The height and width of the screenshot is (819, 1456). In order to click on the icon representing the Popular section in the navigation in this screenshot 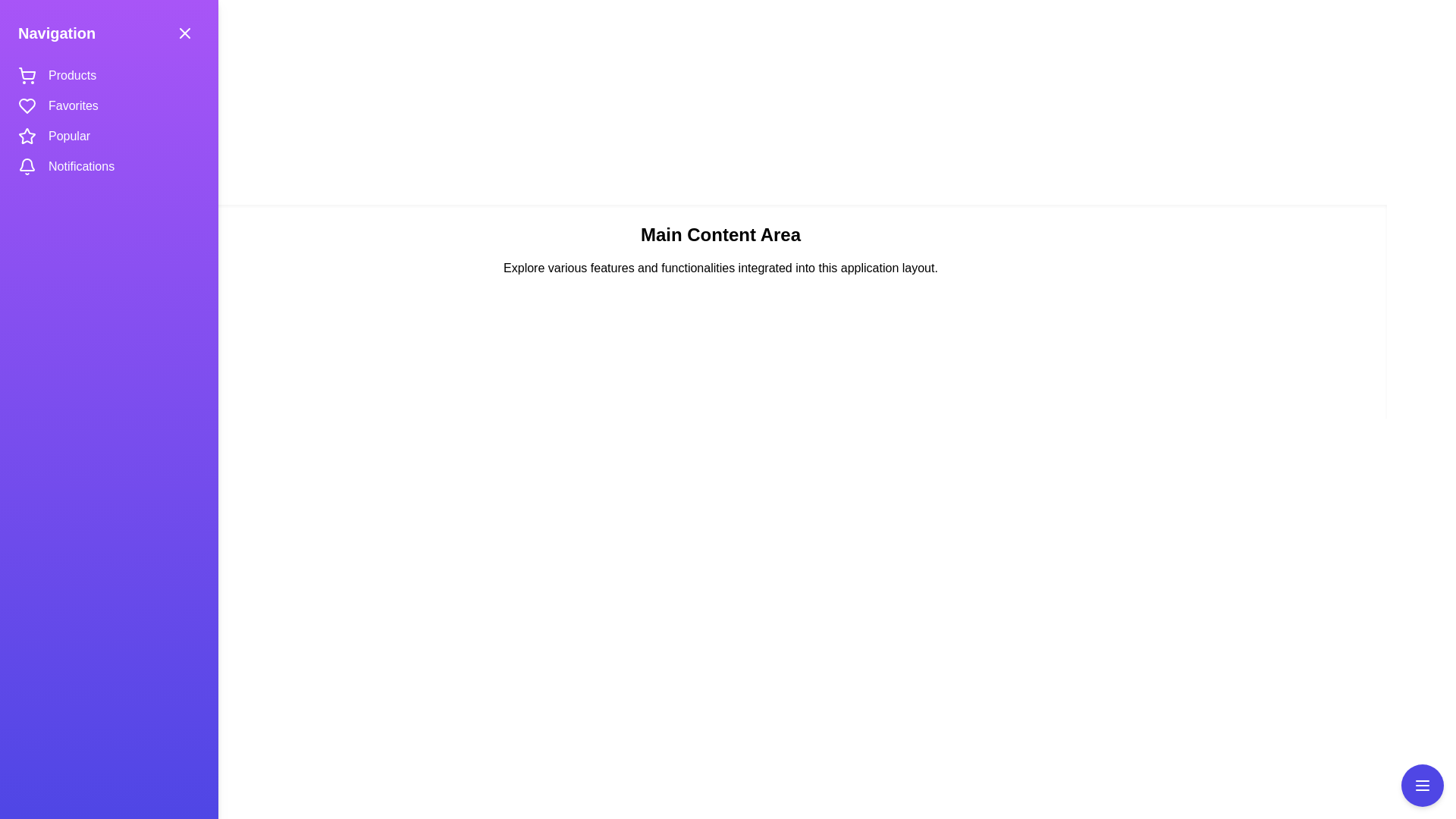, I will do `click(27, 136)`.